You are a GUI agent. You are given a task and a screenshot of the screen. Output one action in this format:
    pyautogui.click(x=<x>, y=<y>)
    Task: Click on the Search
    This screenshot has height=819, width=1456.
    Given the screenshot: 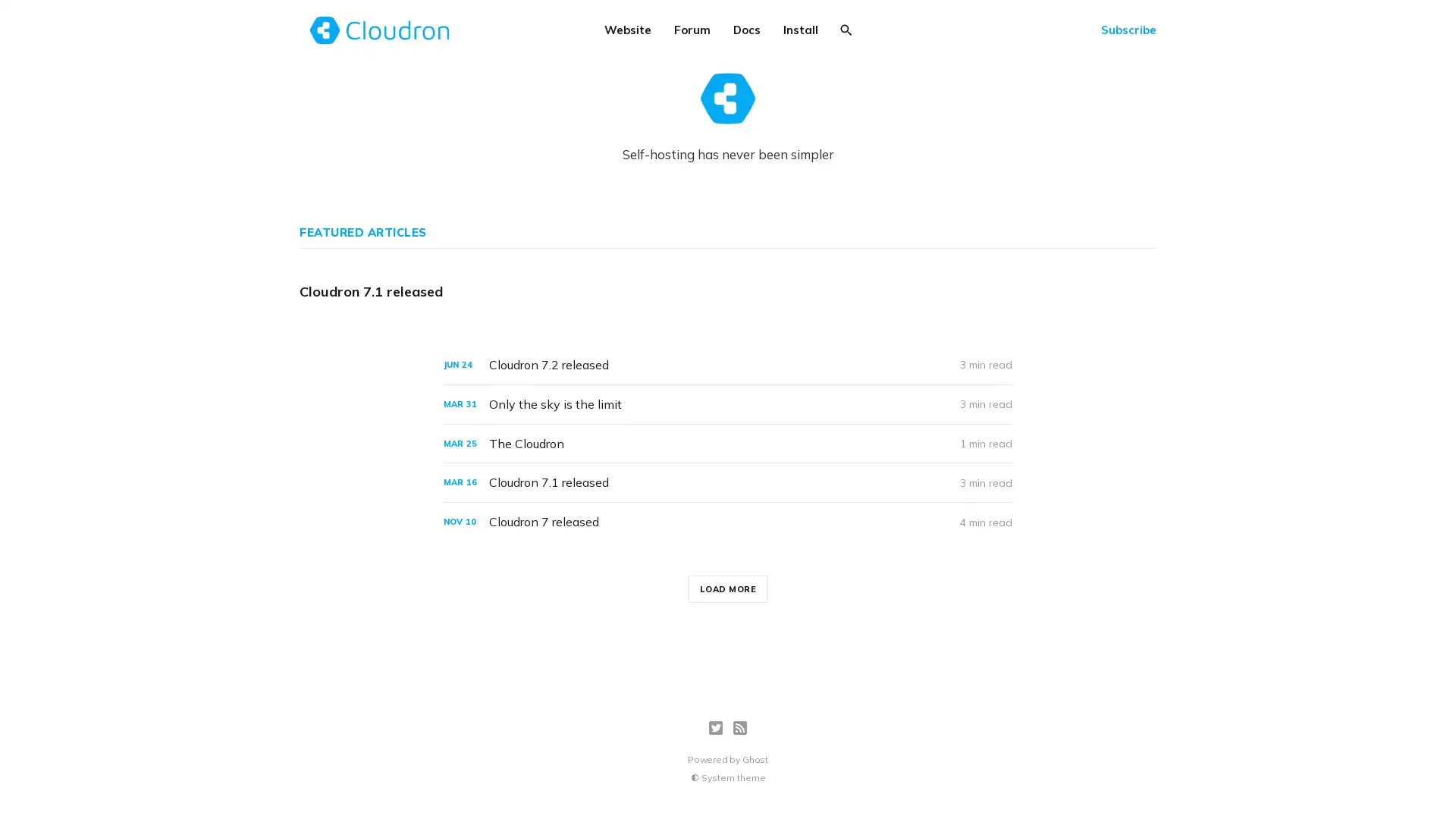 What is the action you would take?
    pyautogui.click(x=846, y=30)
    